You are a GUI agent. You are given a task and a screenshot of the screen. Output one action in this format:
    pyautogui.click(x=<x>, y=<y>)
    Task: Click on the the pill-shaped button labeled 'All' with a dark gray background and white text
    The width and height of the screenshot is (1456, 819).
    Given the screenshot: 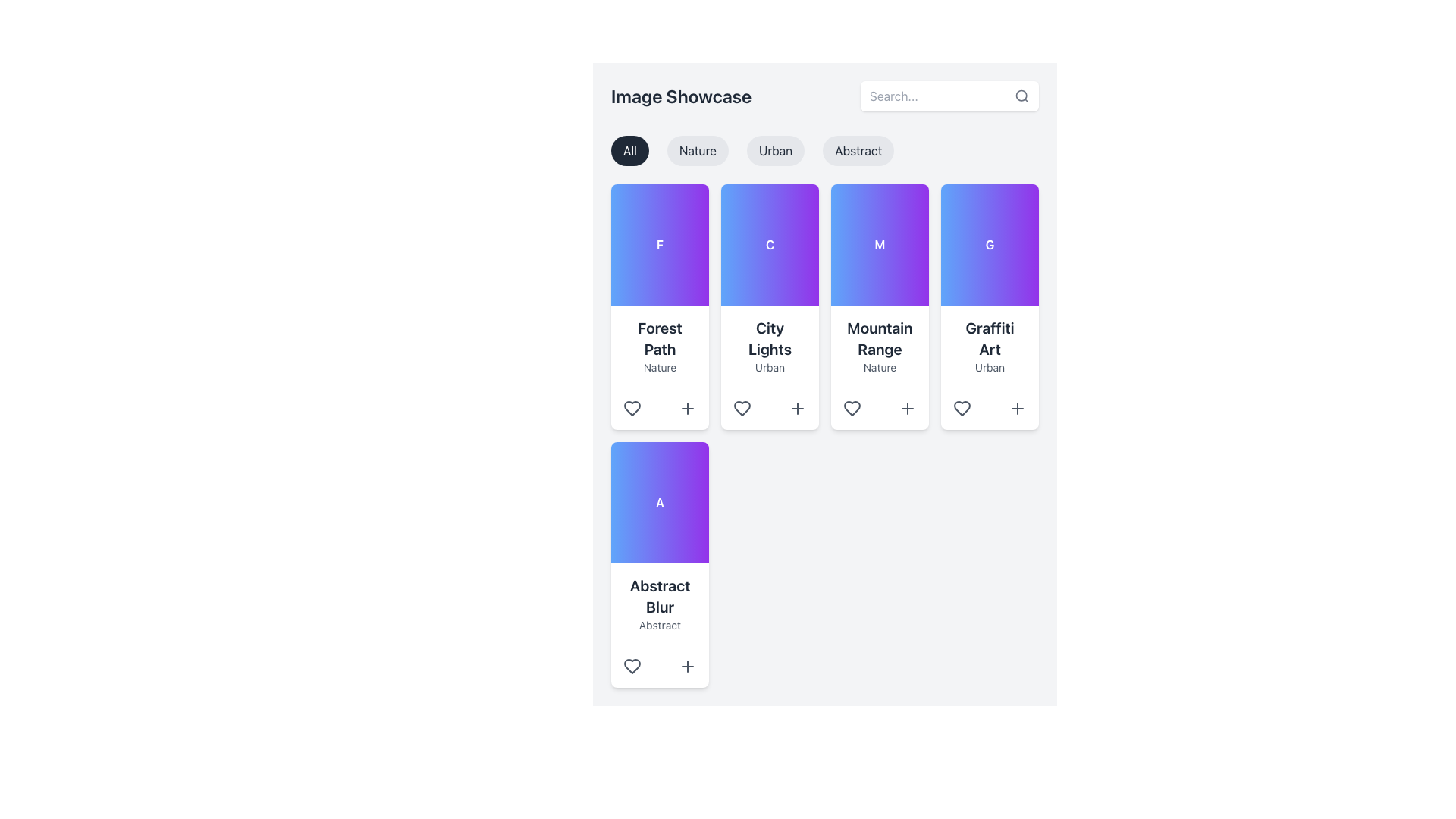 What is the action you would take?
    pyautogui.click(x=629, y=151)
    